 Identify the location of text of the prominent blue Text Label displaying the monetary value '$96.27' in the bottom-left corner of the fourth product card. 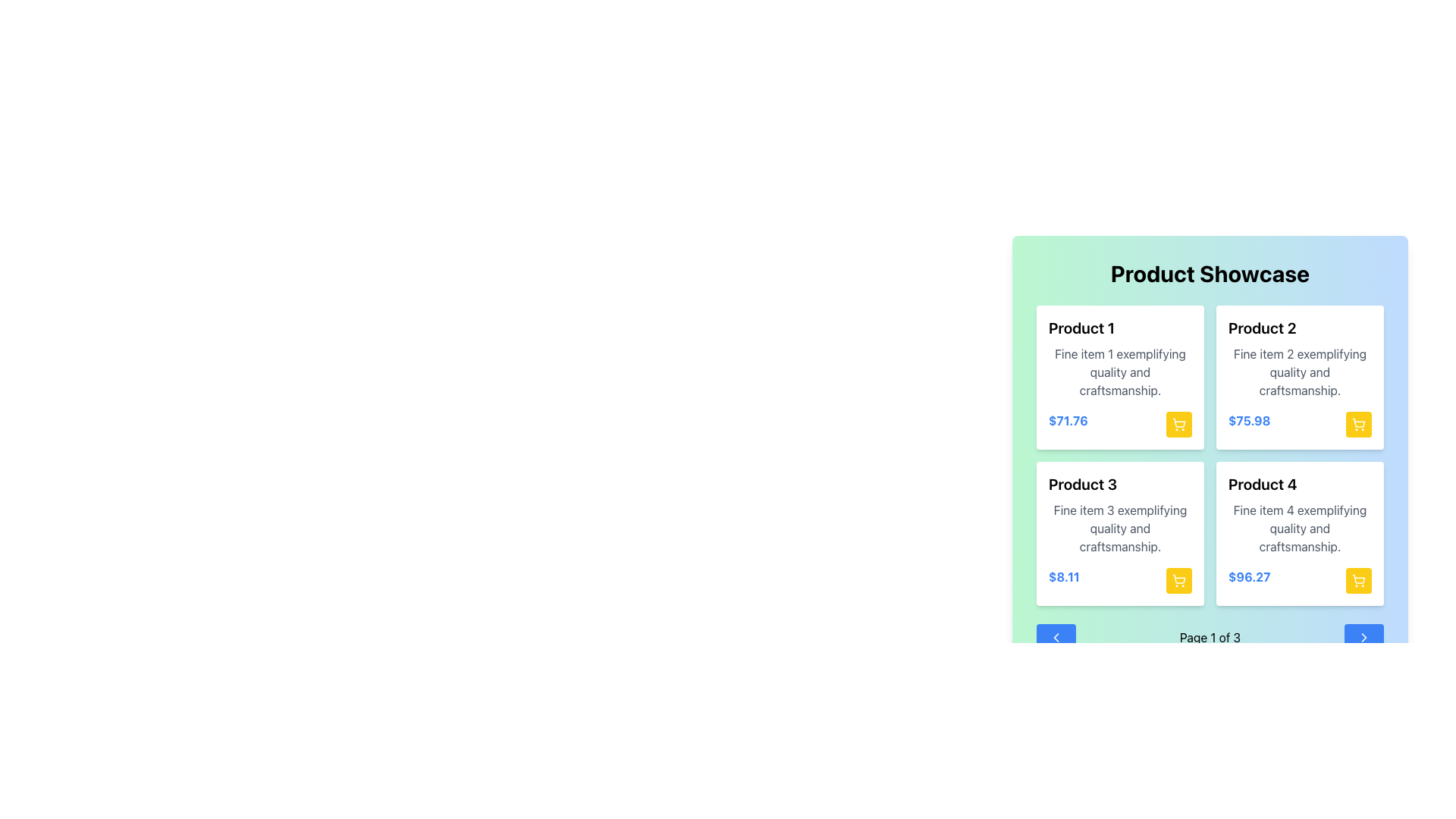
(1249, 580).